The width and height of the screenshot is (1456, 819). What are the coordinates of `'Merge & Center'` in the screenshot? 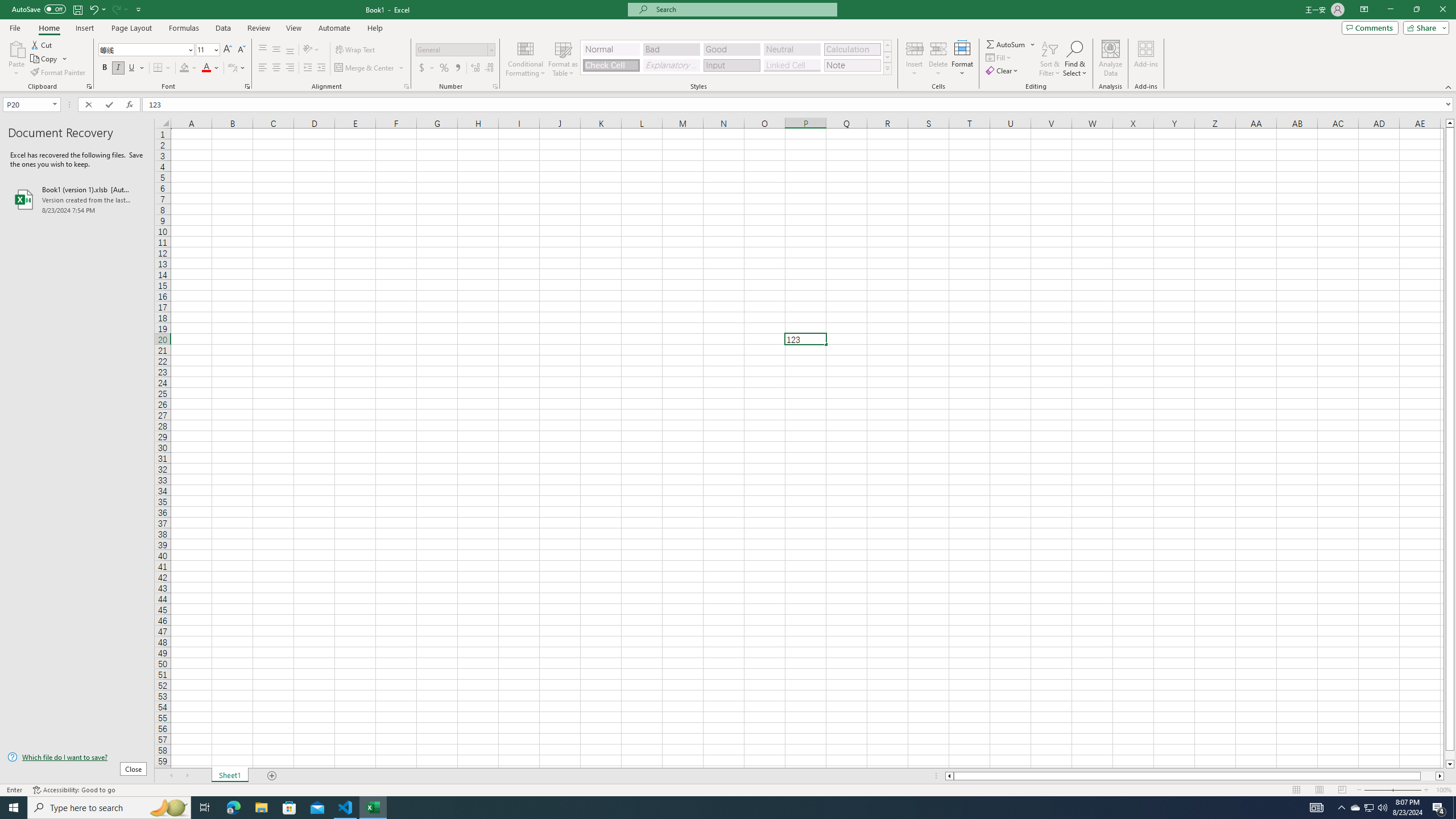 It's located at (369, 67).